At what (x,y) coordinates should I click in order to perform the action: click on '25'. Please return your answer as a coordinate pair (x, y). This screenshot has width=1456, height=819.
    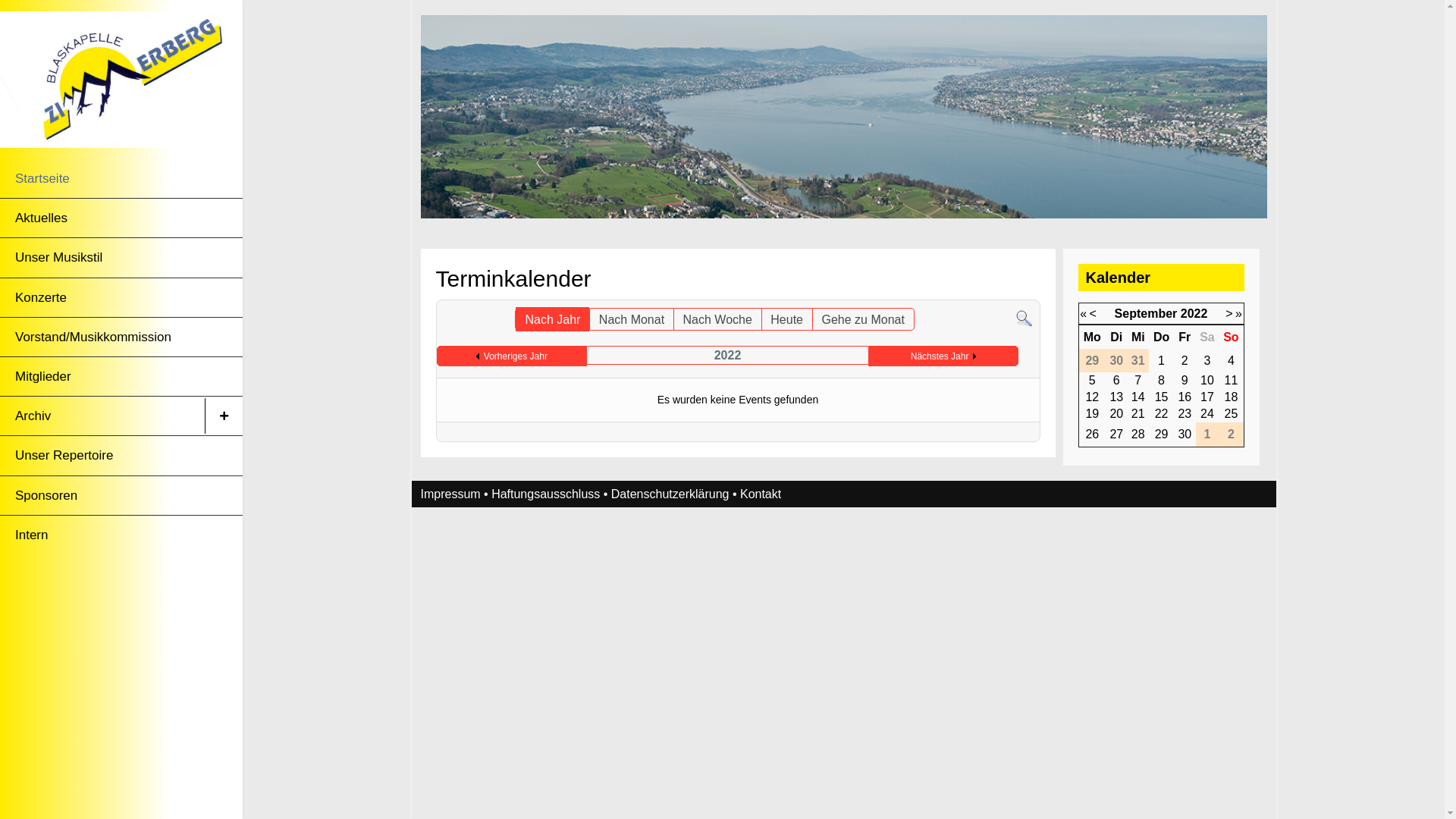
    Looking at the image, I should click on (1231, 413).